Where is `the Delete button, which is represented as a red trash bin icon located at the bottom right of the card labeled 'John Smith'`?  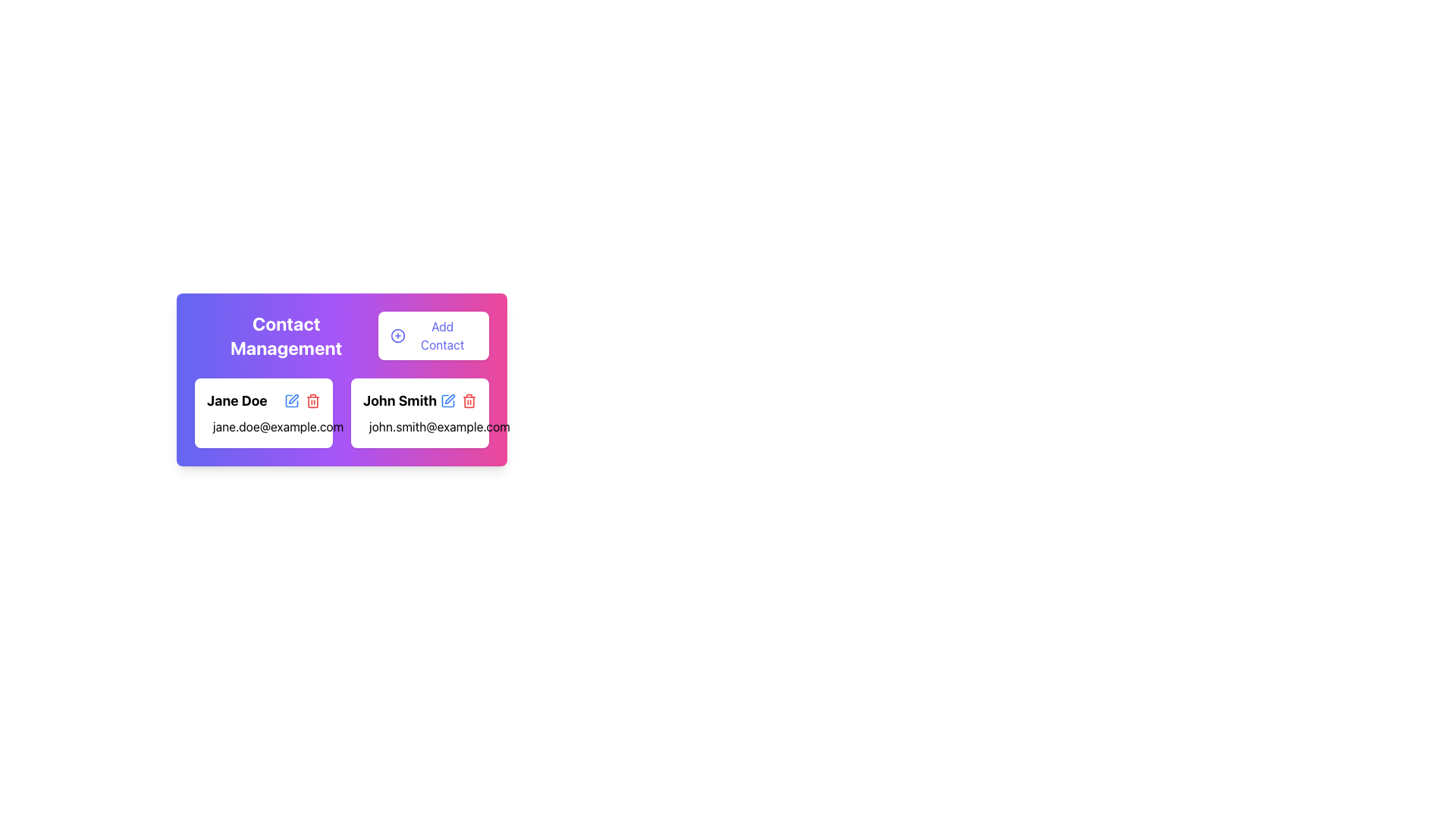 the Delete button, which is represented as a red trash bin icon located at the bottom right of the card labeled 'John Smith' is located at coordinates (312, 400).